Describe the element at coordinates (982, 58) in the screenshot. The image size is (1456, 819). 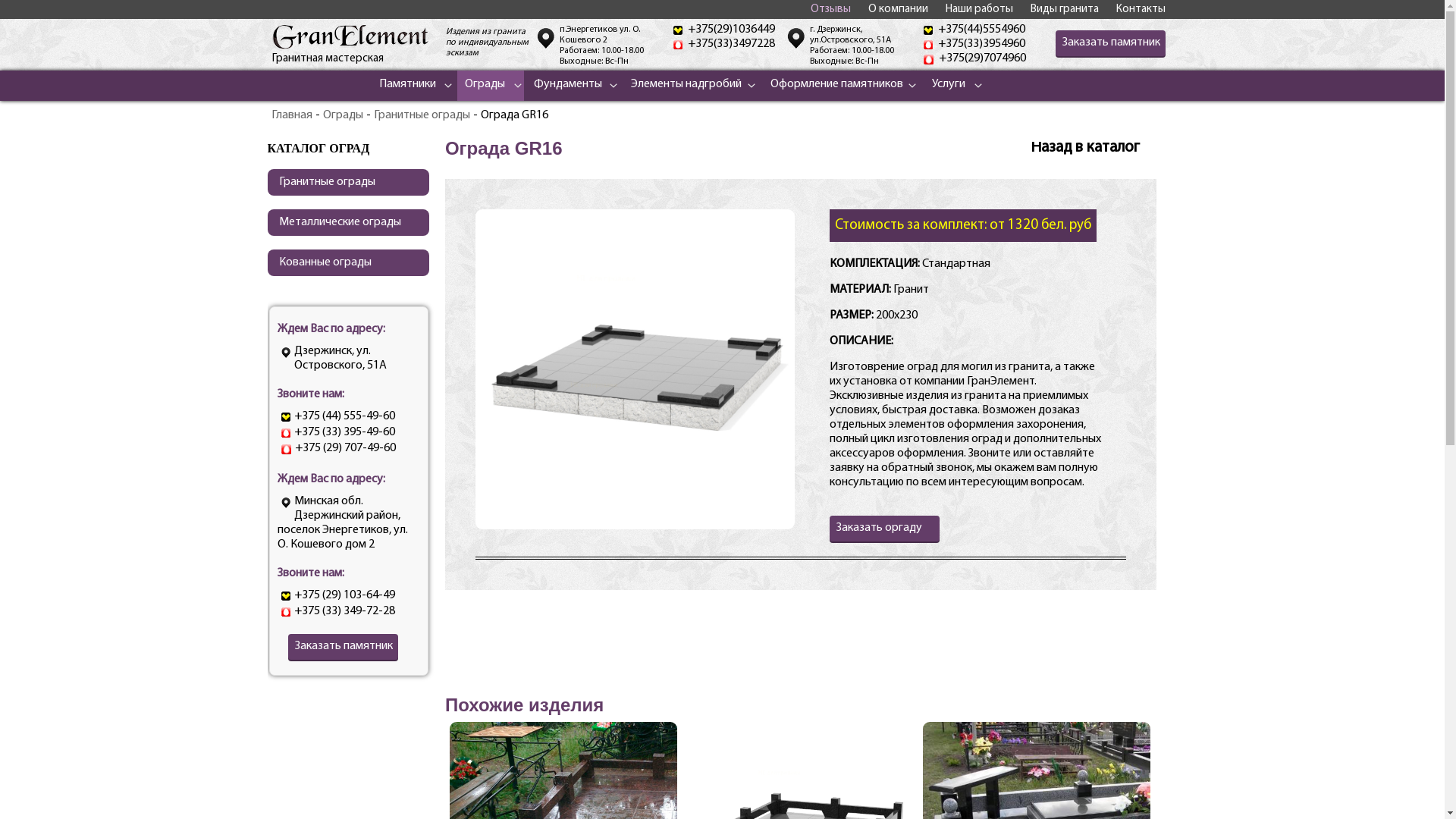
I see `'+375(29)7074960'` at that location.